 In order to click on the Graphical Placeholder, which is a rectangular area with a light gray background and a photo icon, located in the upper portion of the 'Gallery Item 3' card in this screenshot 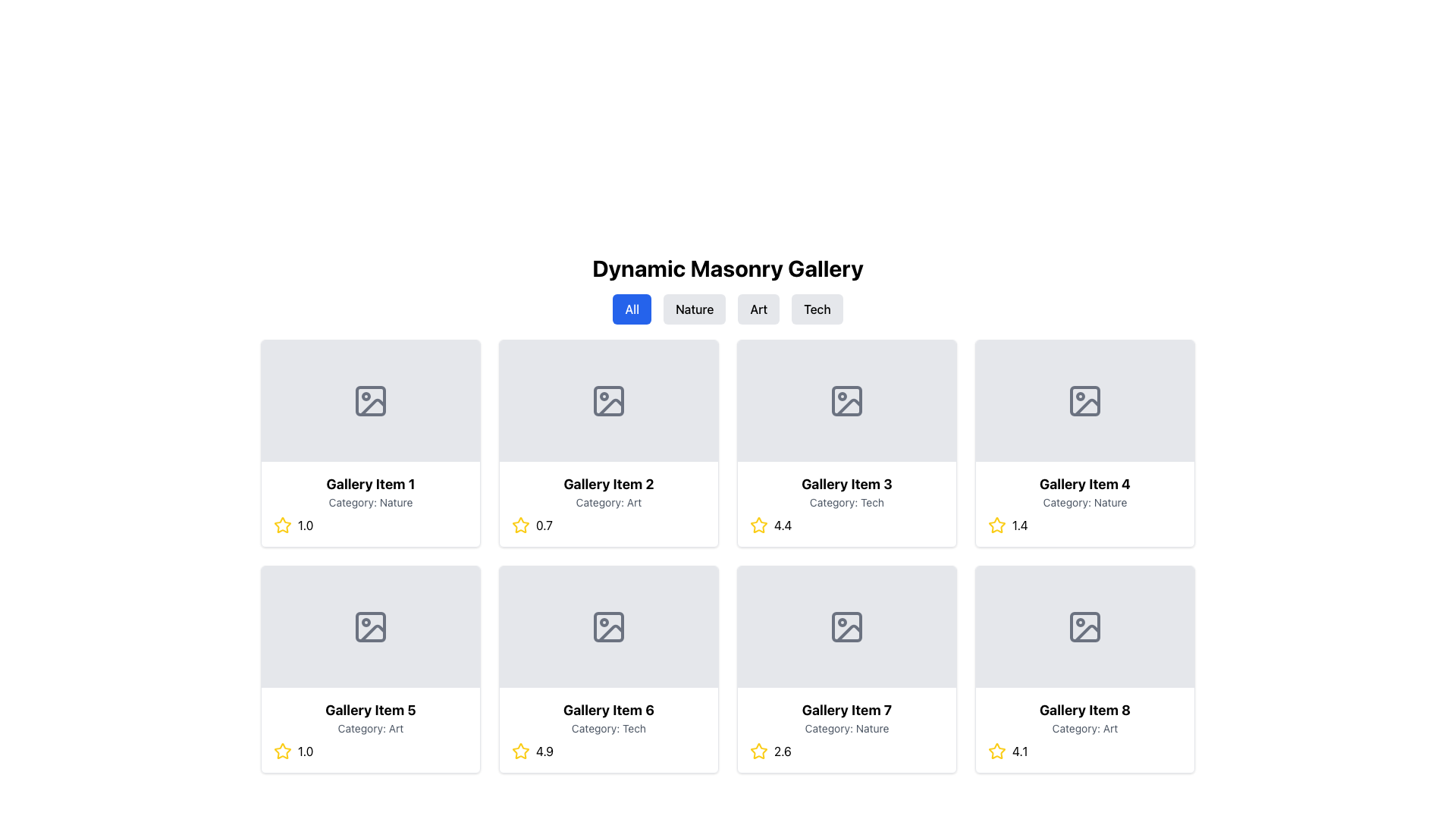, I will do `click(846, 400)`.